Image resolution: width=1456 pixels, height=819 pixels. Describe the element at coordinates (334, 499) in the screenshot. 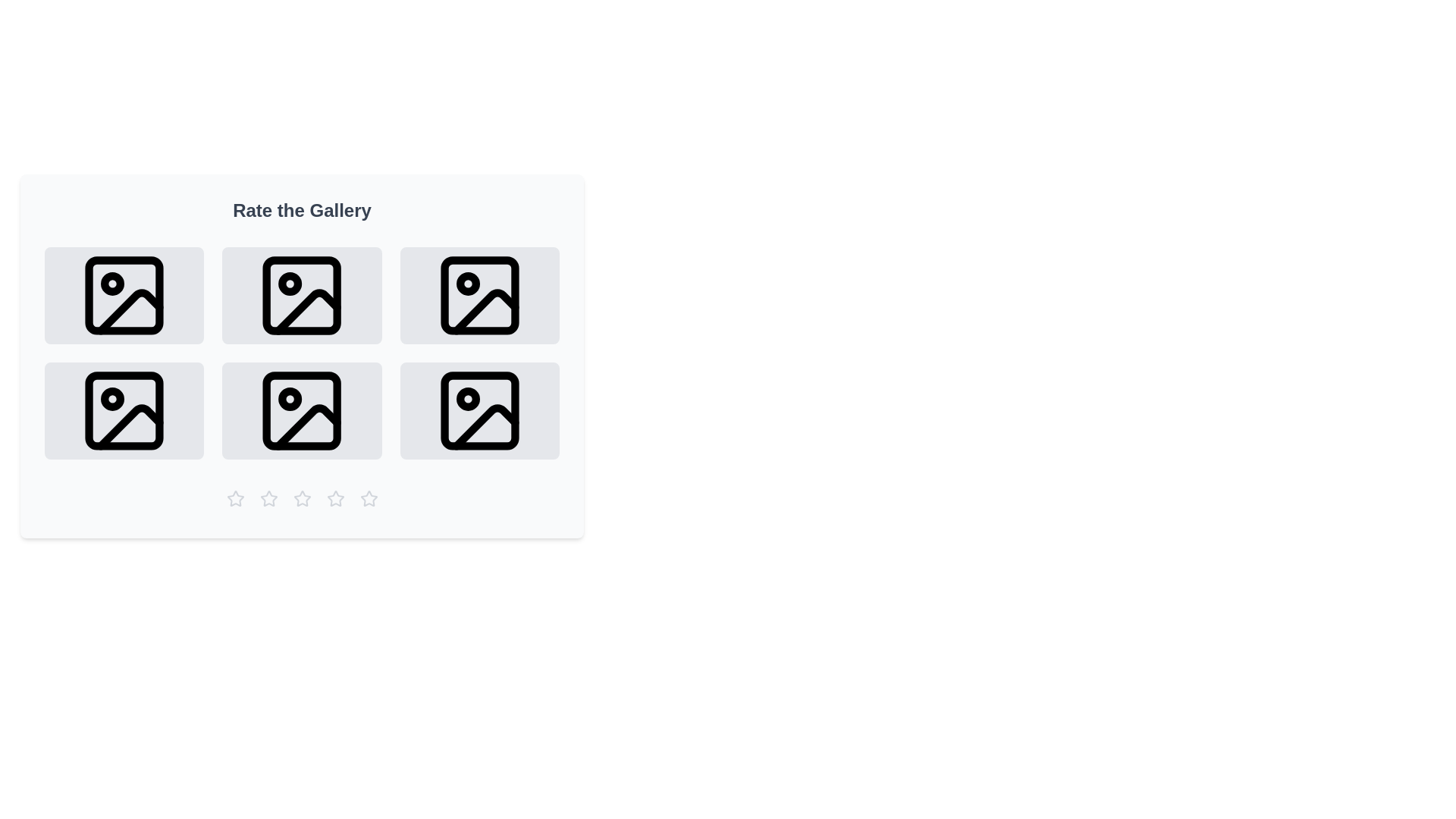

I see `the gallery rating to 4 stars by clicking the corresponding star` at that location.